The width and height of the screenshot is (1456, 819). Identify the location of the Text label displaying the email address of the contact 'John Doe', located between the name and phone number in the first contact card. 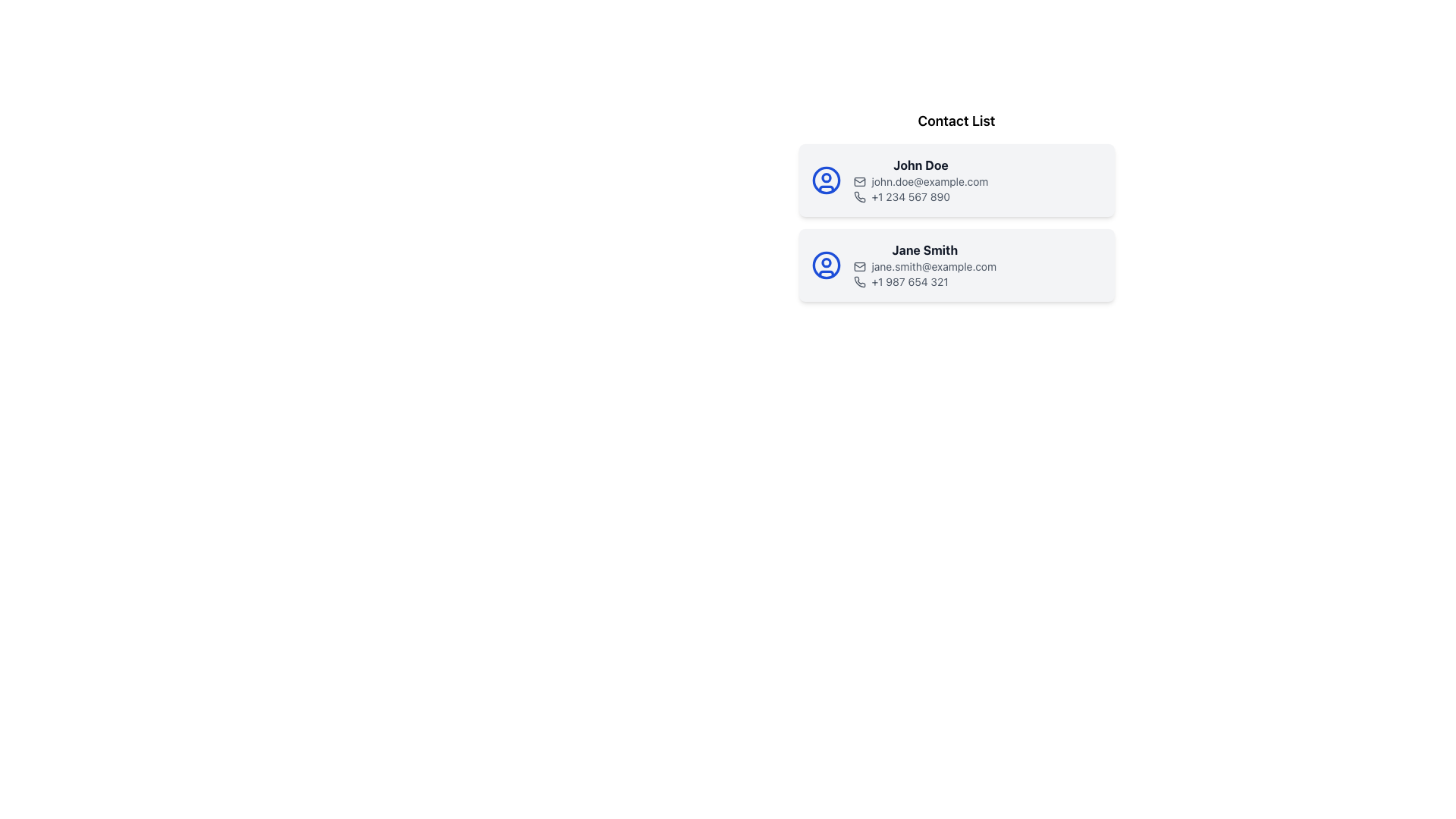
(920, 180).